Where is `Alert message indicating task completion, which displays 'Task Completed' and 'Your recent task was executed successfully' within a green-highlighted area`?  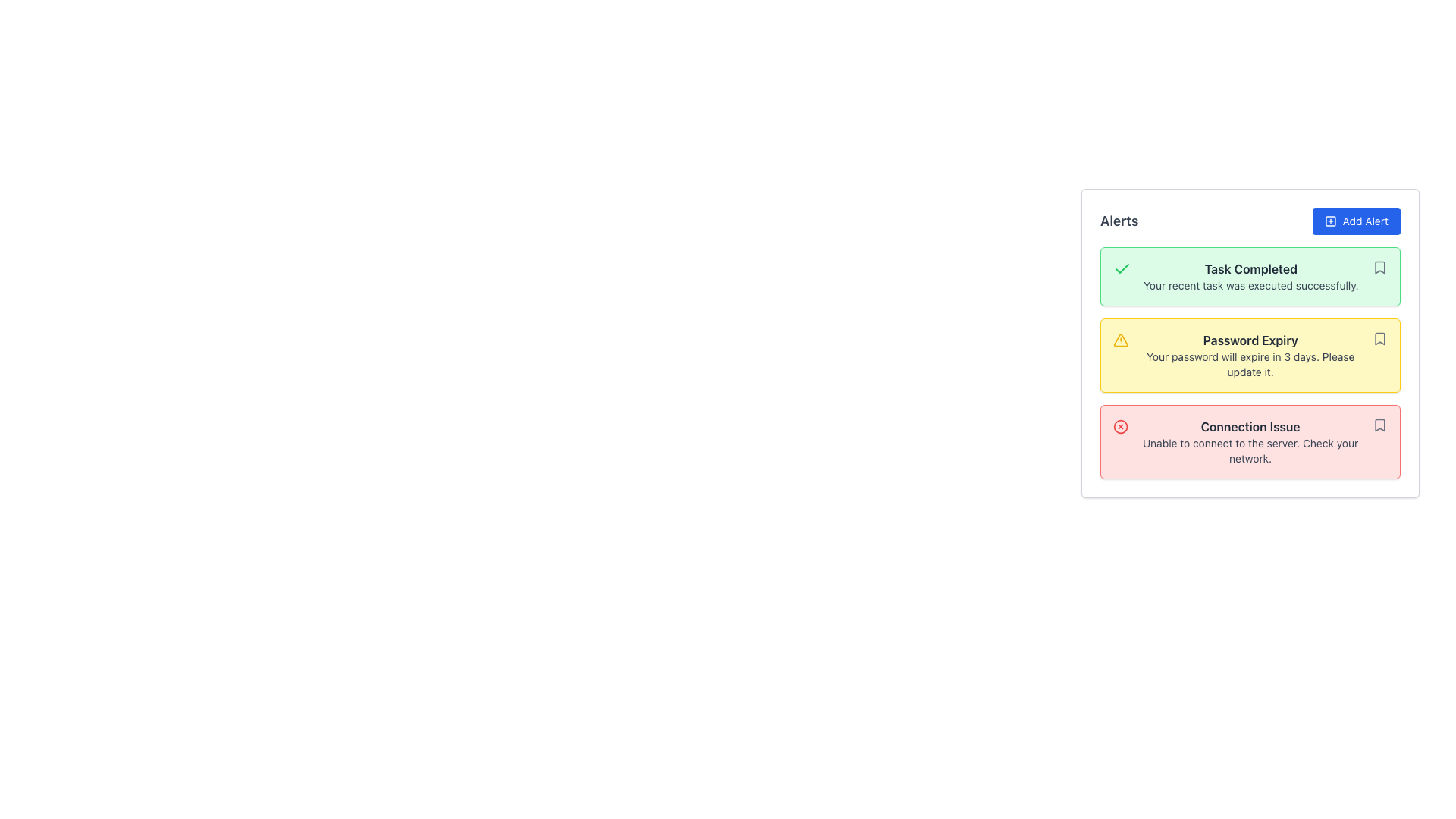 Alert message indicating task completion, which displays 'Task Completed' and 'Your recent task was executed successfully' within a green-highlighted area is located at coordinates (1250, 277).